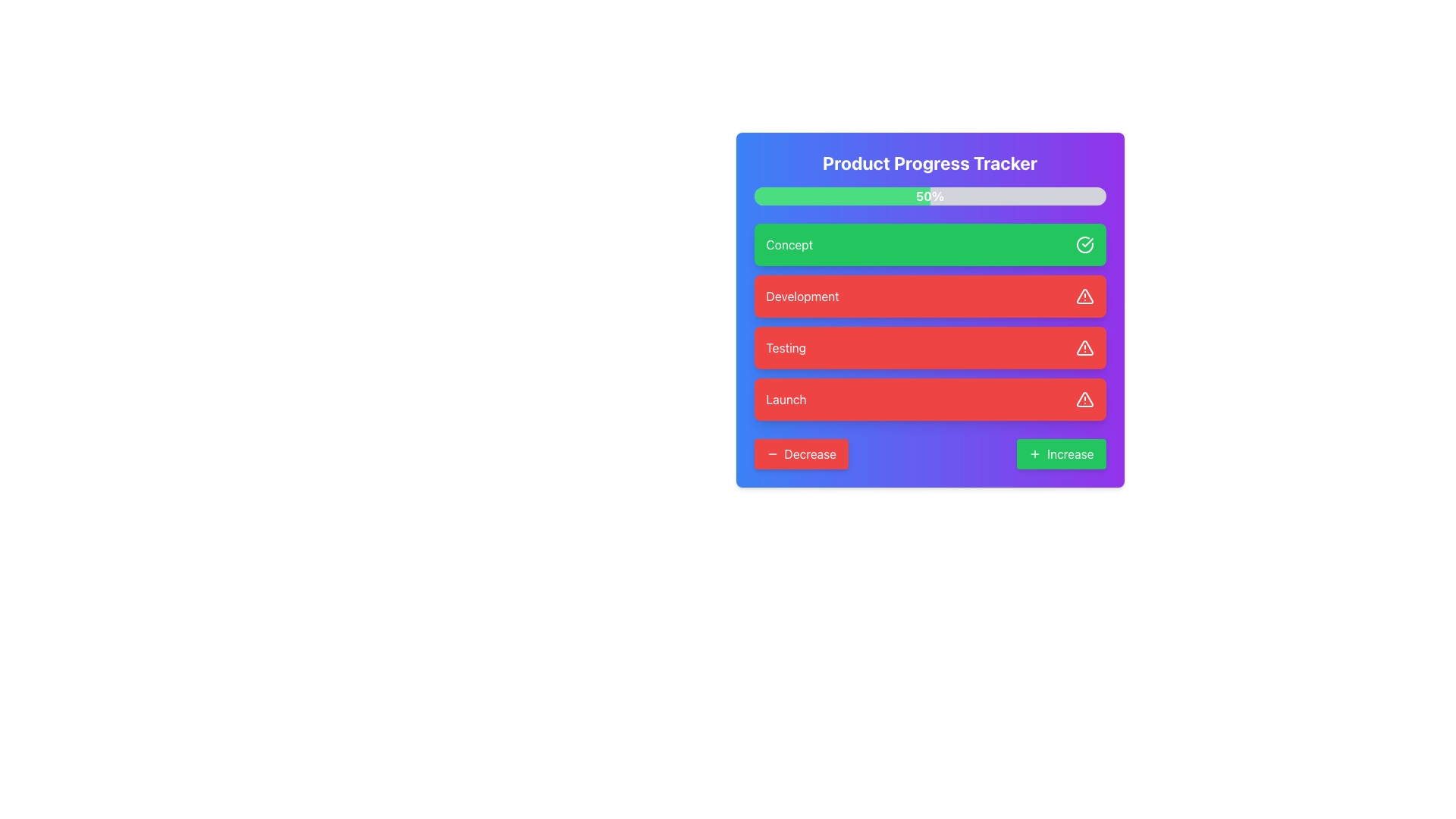 The height and width of the screenshot is (819, 1456). What do you see at coordinates (802, 296) in the screenshot?
I see `the static text label indicating the 'Development' stage of a progress tracker, which is positioned below the 'Concept' section and above 'Testing' and 'Launch' stages` at bounding box center [802, 296].